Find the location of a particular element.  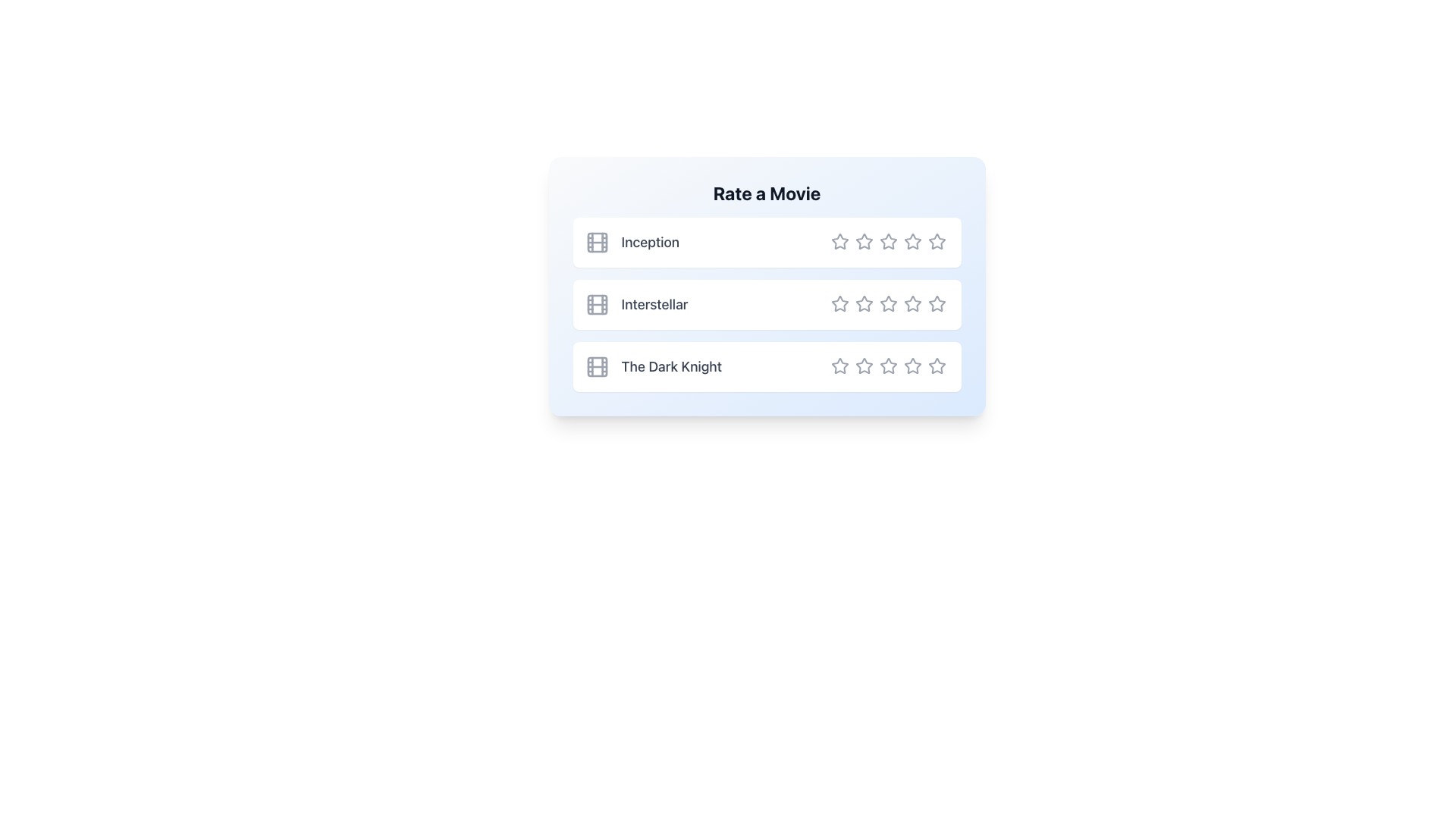

the movie title 'Inception' by interacting with the List Item Entry element is located at coordinates (767, 242).